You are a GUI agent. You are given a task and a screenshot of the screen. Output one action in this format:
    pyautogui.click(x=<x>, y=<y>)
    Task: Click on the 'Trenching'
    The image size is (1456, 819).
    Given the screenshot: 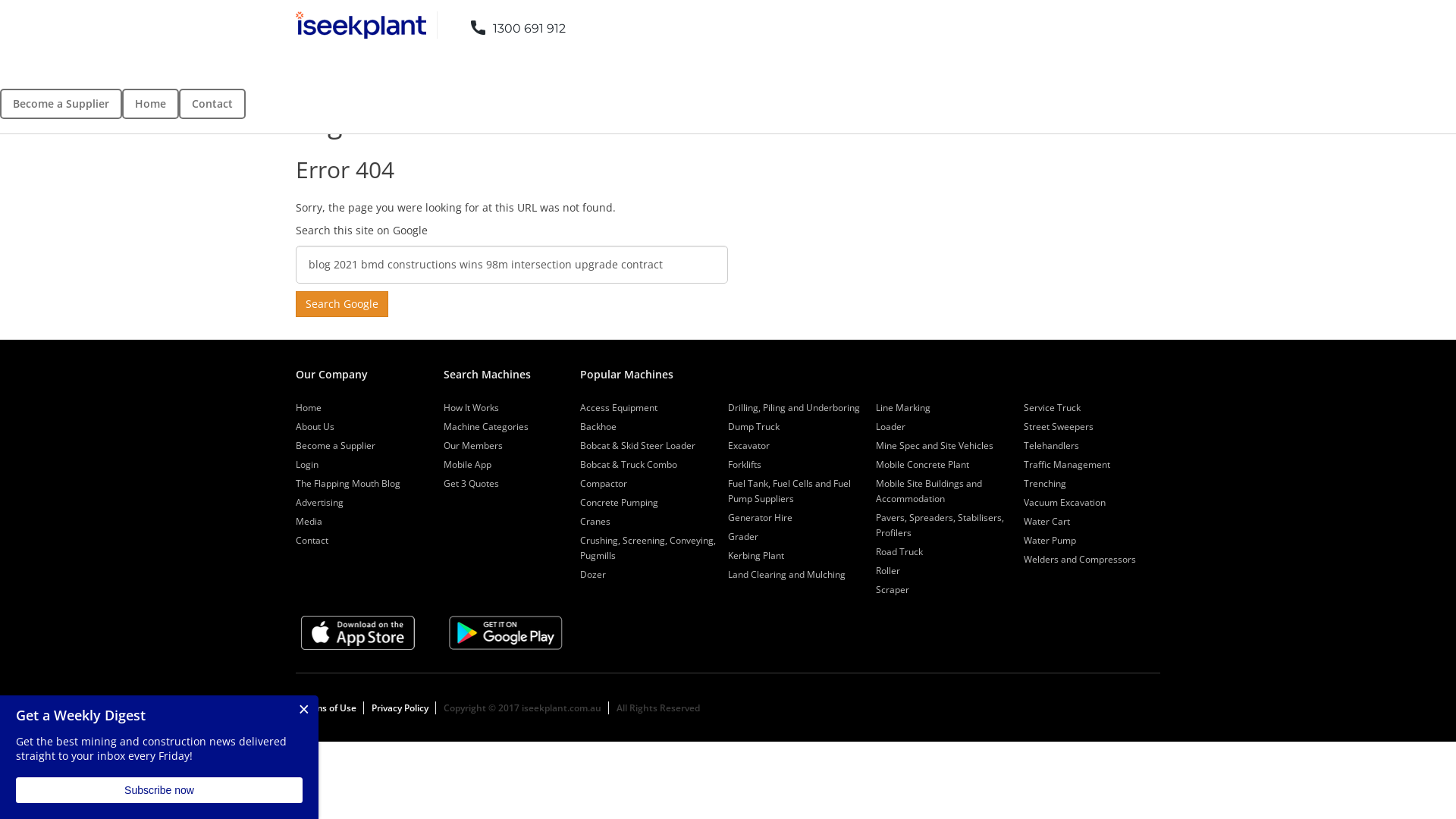 What is the action you would take?
    pyautogui.click(x=1043, y=483)
    